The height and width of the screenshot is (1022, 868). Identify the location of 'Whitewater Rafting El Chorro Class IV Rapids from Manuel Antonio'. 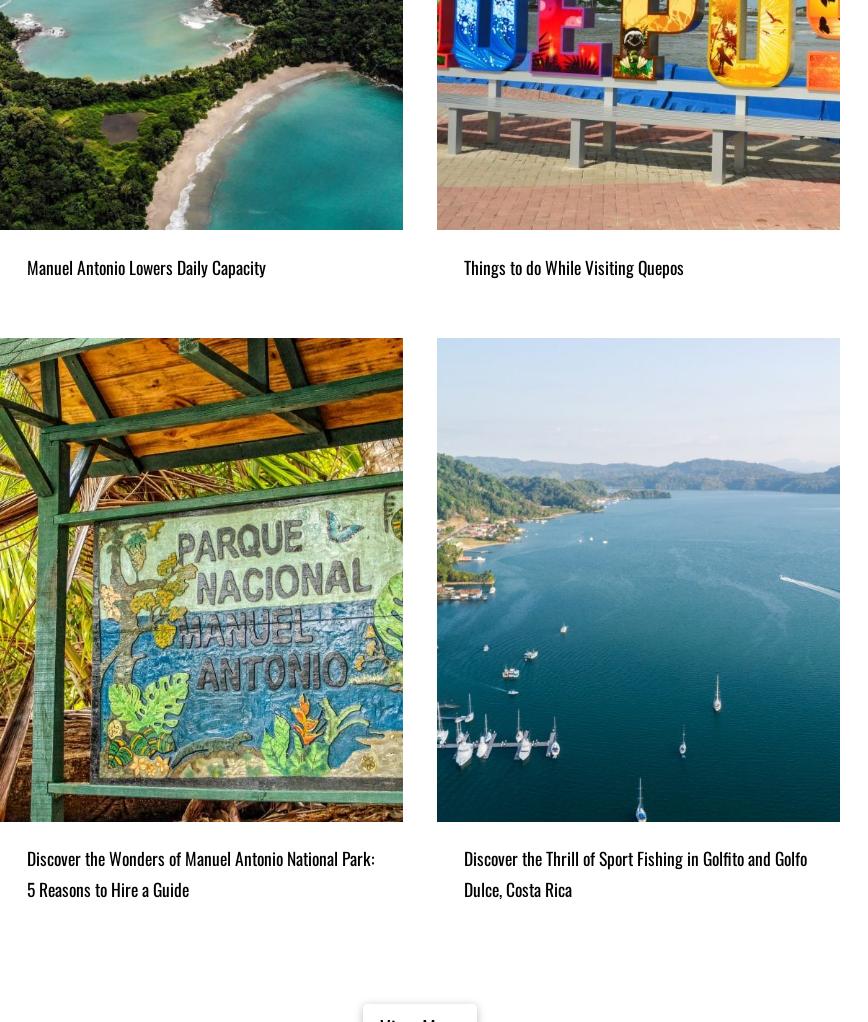
(65, 779).